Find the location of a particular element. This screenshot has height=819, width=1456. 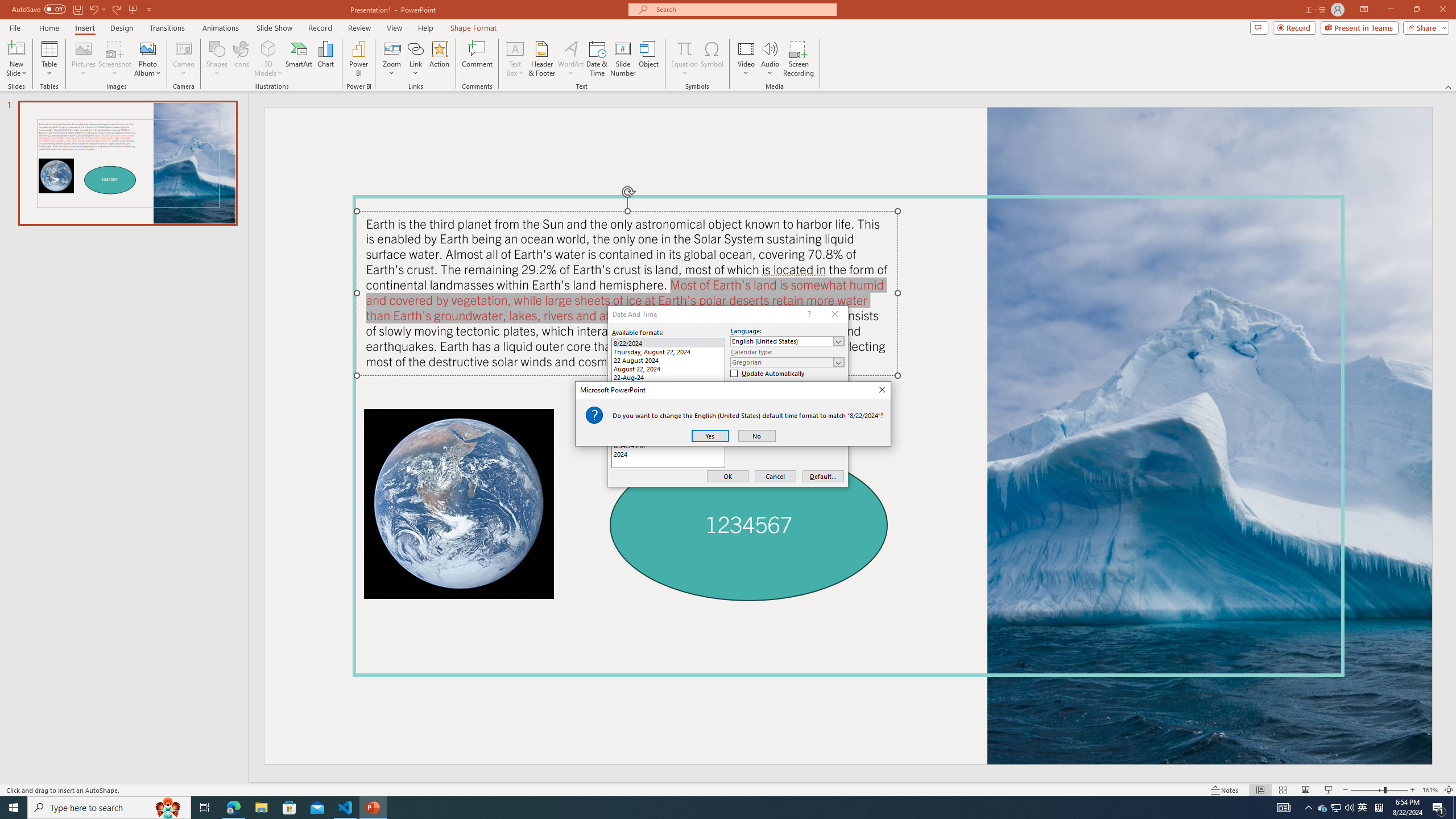

'Search highlights icon opens search home window' is located at coordinates (167, 806).